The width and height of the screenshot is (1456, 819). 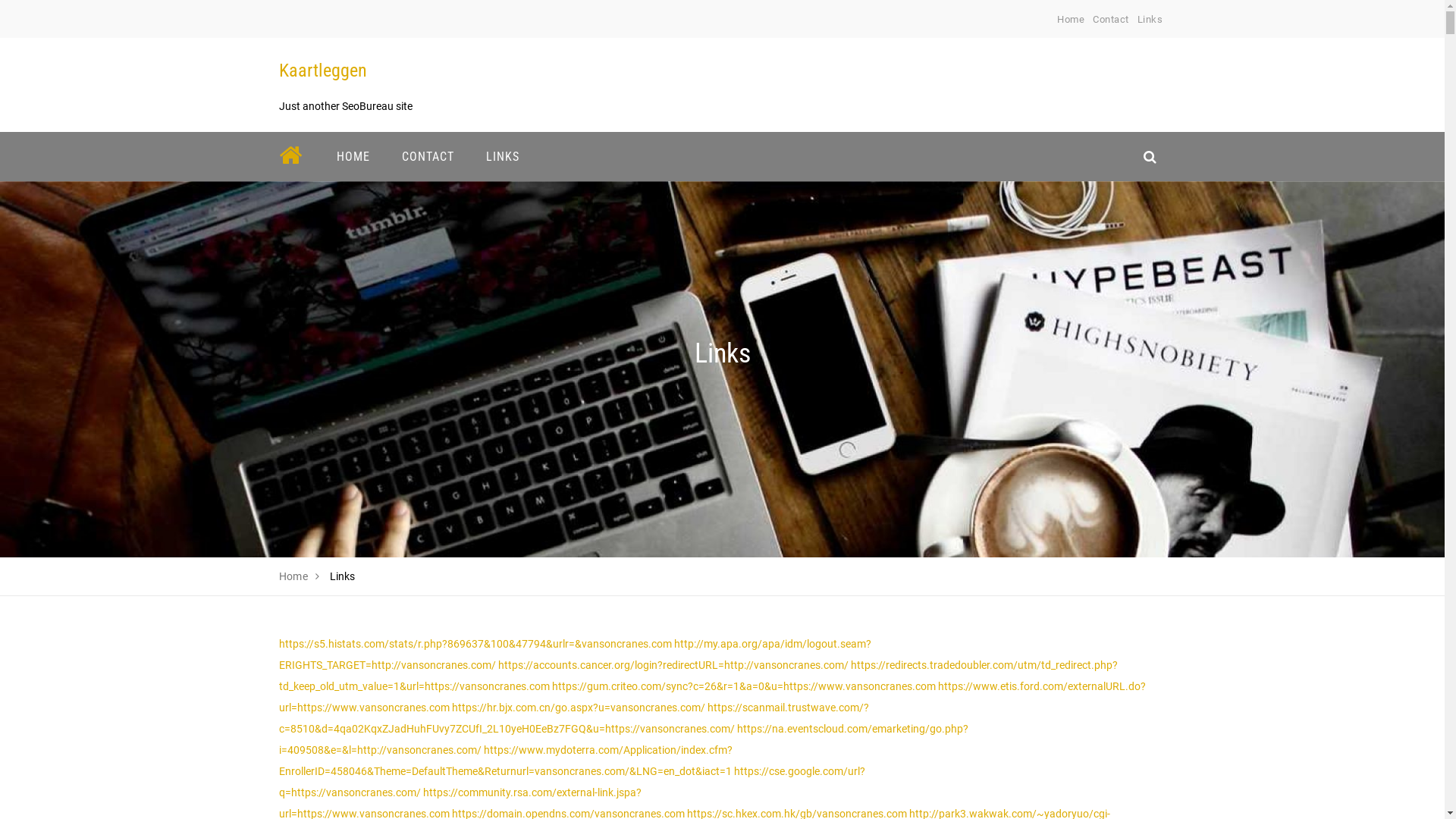 I want to click on 'Home', so click(x=279, y=576).